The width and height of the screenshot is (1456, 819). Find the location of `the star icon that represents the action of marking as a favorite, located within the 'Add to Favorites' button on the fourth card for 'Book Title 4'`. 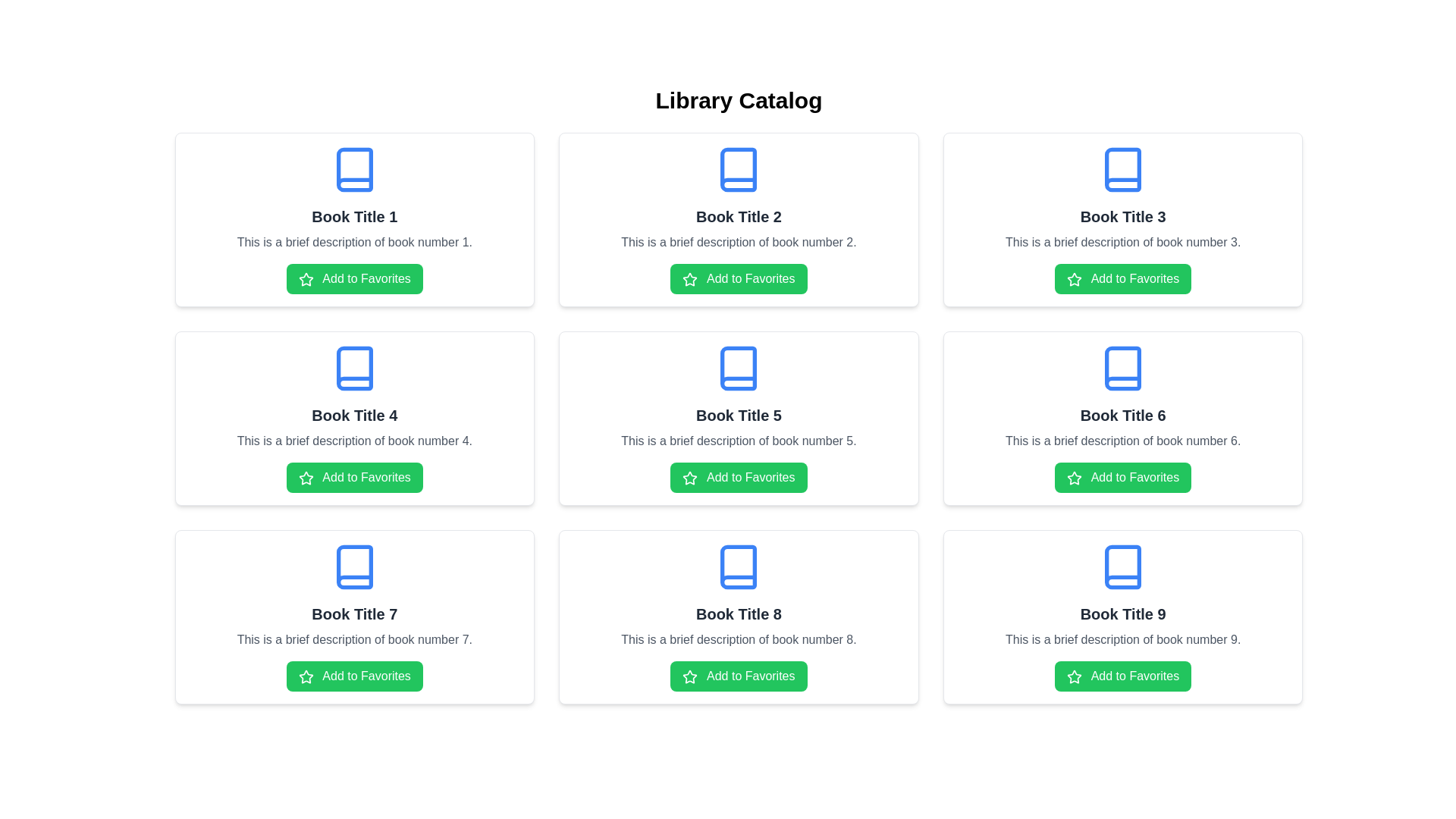

the star icon that represents the action of marking as a favorite, located within the 'Add to Favorites' button on the fourth card for 'Book Title 4' is located at coordinates (305, 478).